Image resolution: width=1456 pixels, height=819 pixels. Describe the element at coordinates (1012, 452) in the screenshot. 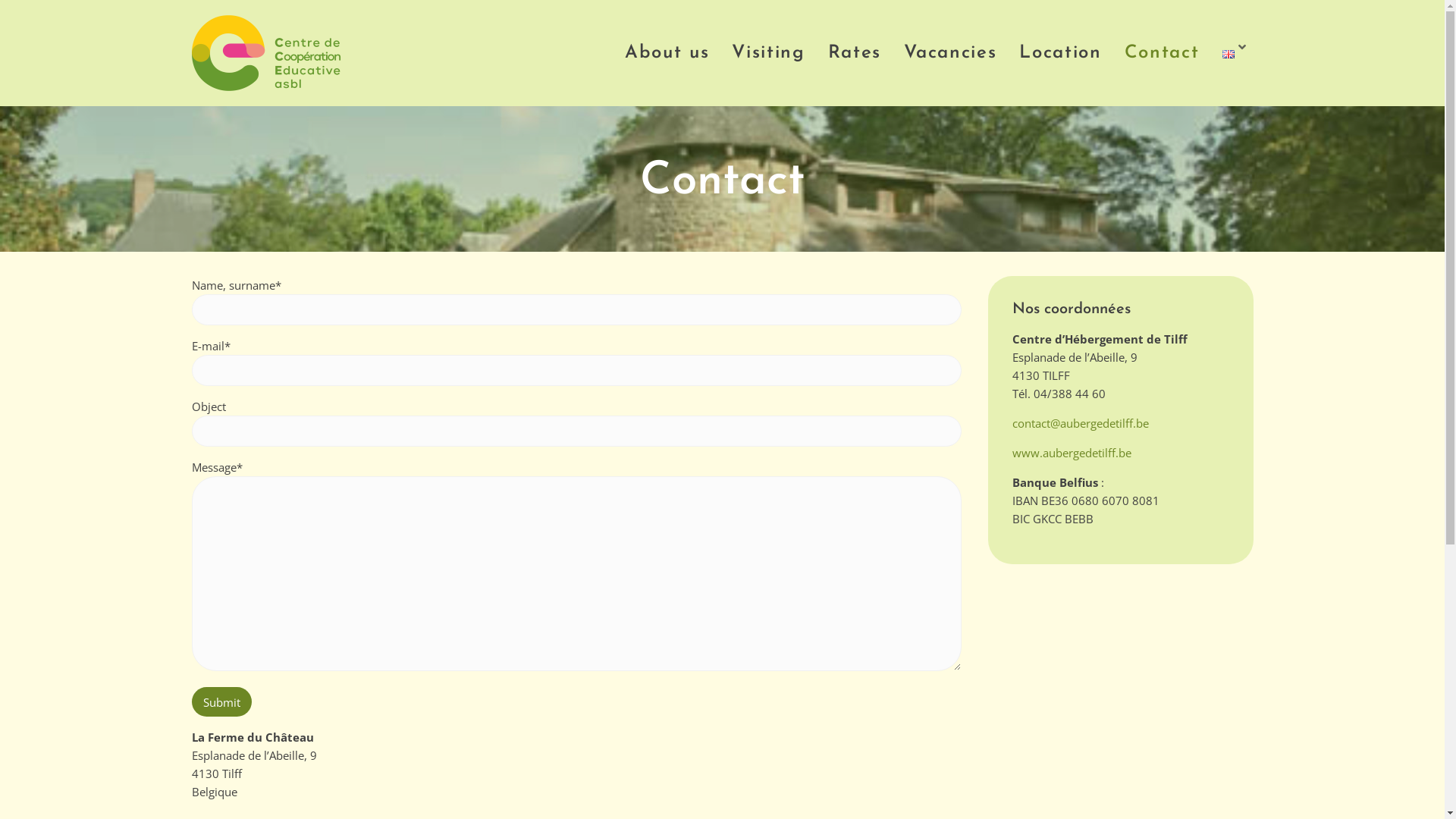

I see `'www.aubergedetilff.be'` at that location.